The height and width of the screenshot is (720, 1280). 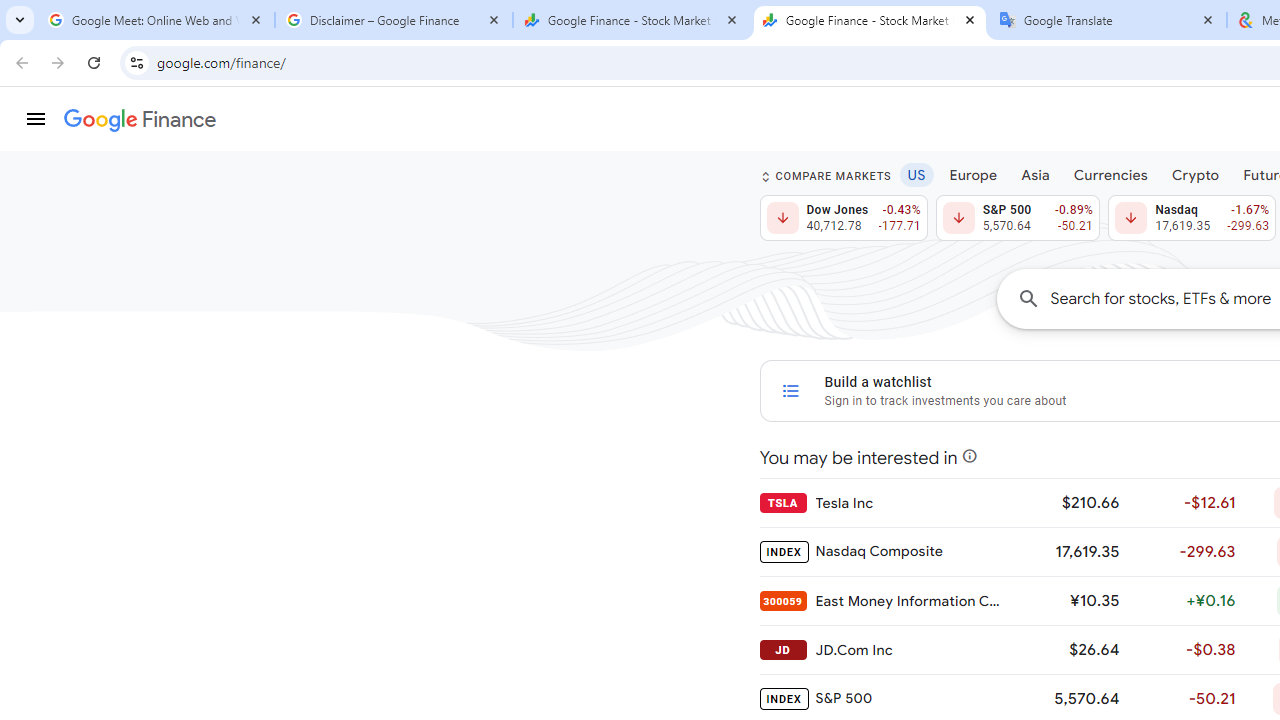 I want to click on 'Currencies', so click(x=1109, y=173).